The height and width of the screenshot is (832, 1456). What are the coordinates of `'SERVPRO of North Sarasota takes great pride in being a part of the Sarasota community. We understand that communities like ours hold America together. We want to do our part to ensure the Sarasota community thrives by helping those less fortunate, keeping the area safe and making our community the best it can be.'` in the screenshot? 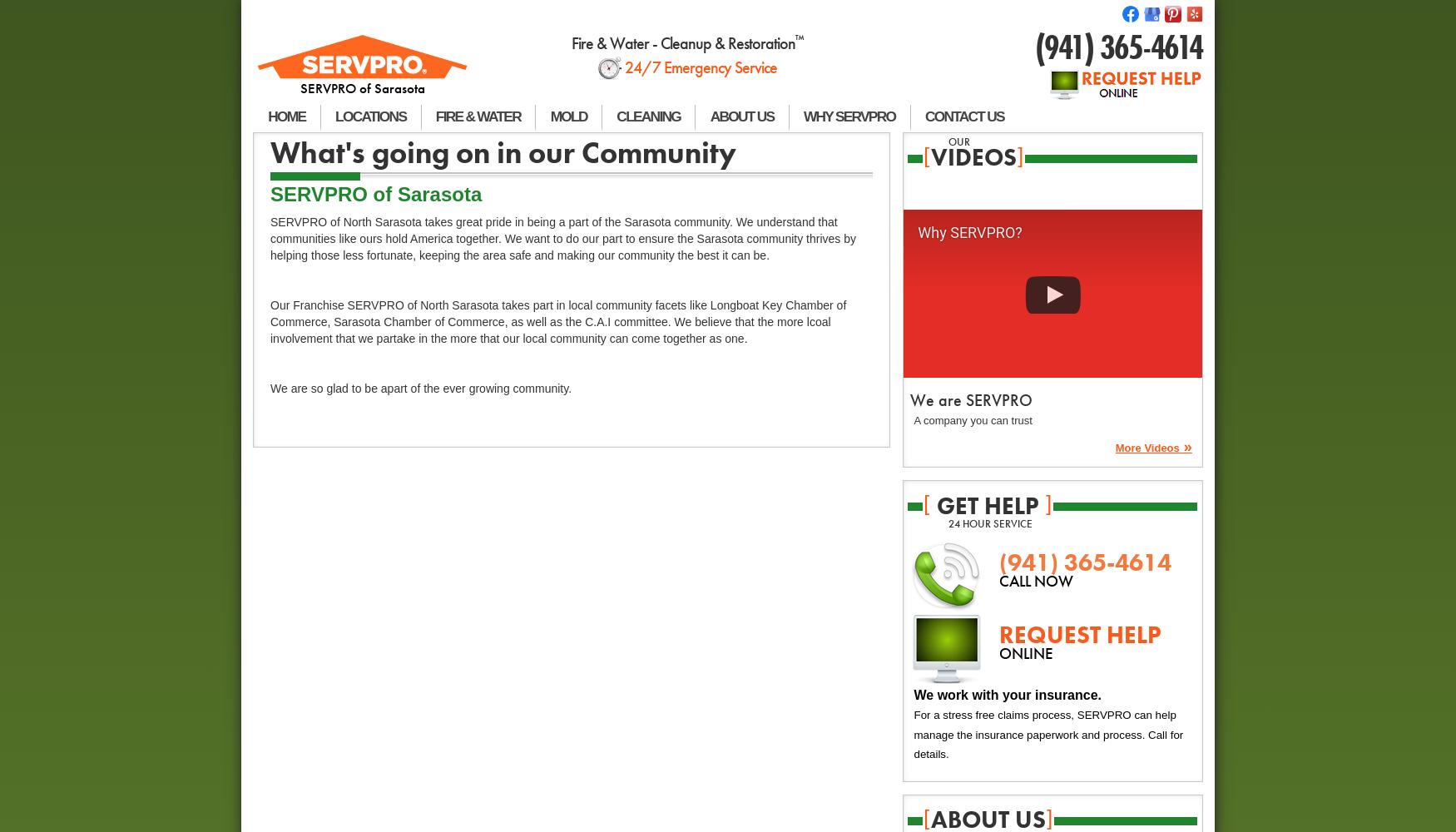 It's located at (562, 239).